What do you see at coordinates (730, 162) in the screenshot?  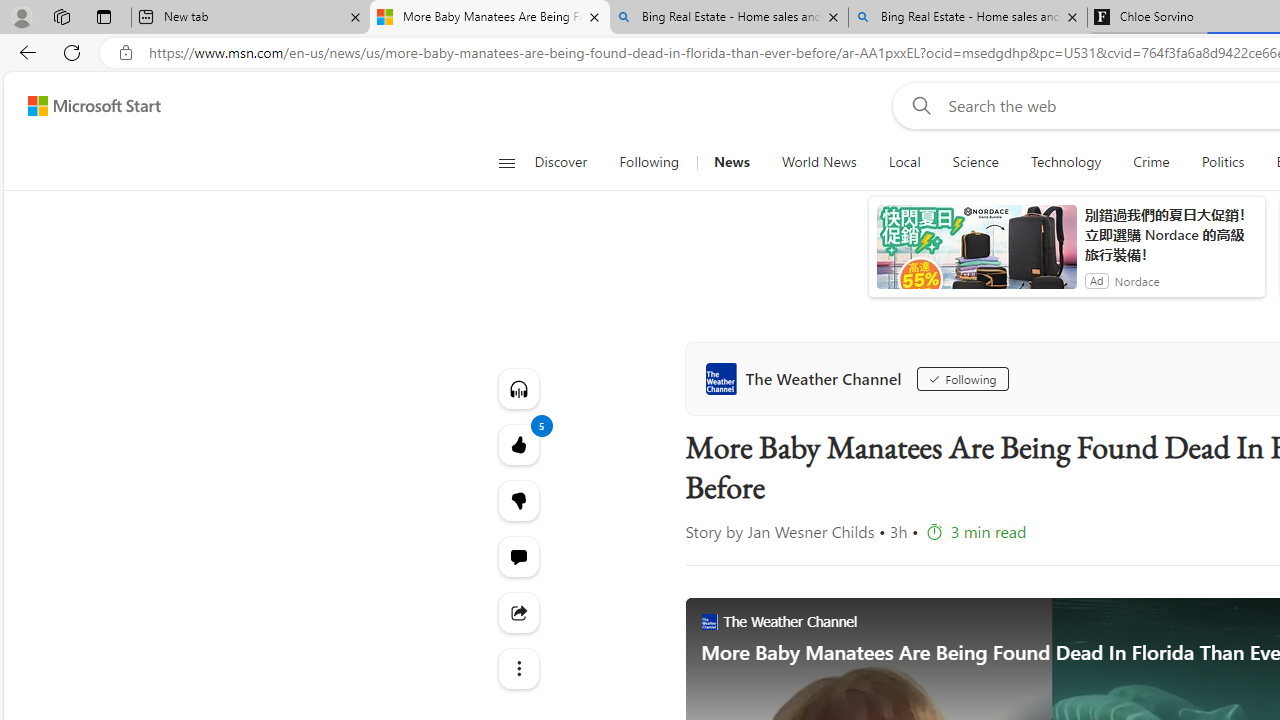 I see `'News'` at bounding box center [730, 162].